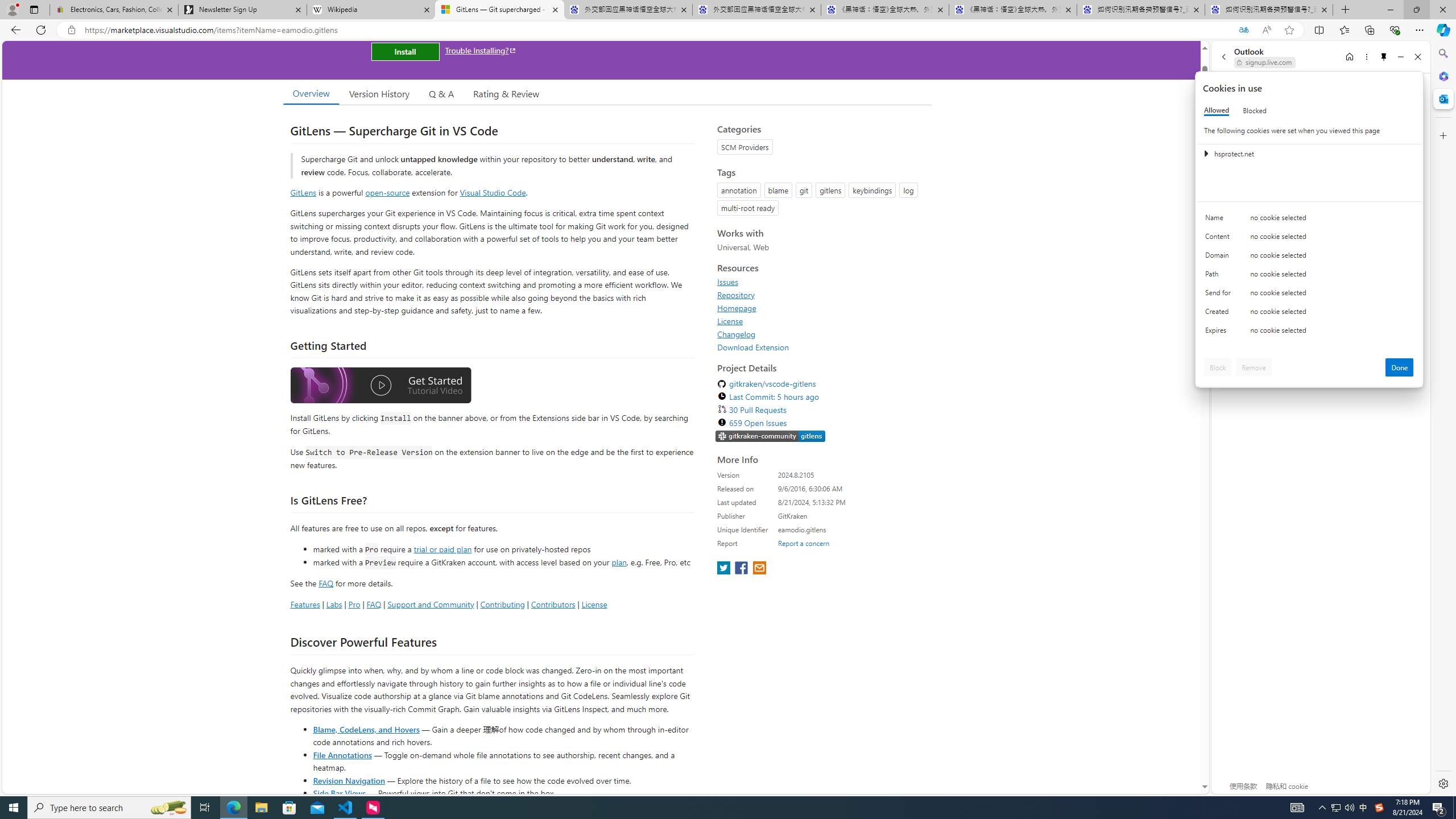 The image size is (1456, 819). What do you see at coordinates (1309, 333) in the screenshot?
I see `'Class: c0153 c0157'` at bounding box center [1309, 333].